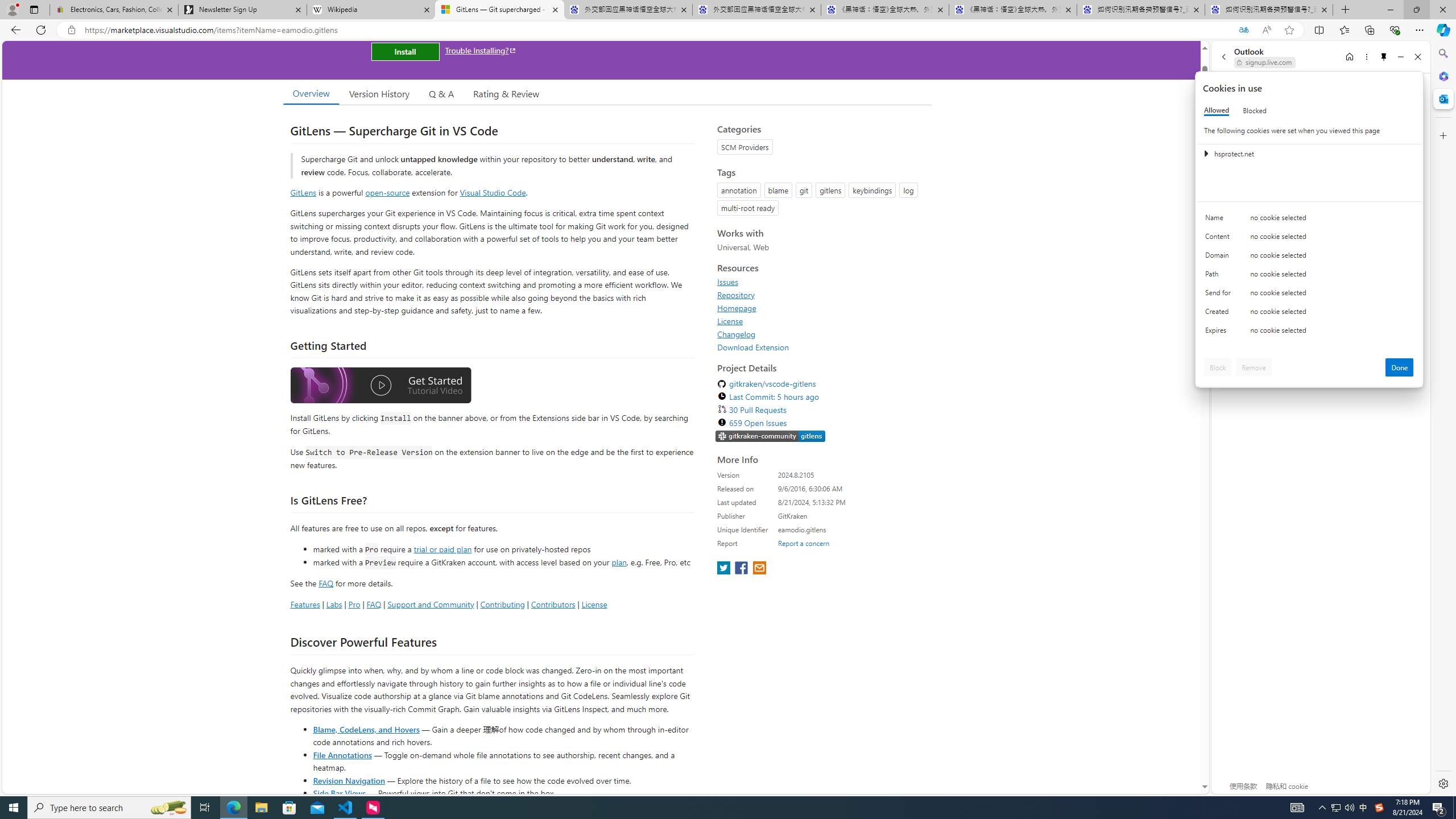 The image size is (1456, 819). What do you see at coordinates (1309, 333) in the screenshot?
I see `'Class: c0153 c0157'` at bounding box center [1309, 333].